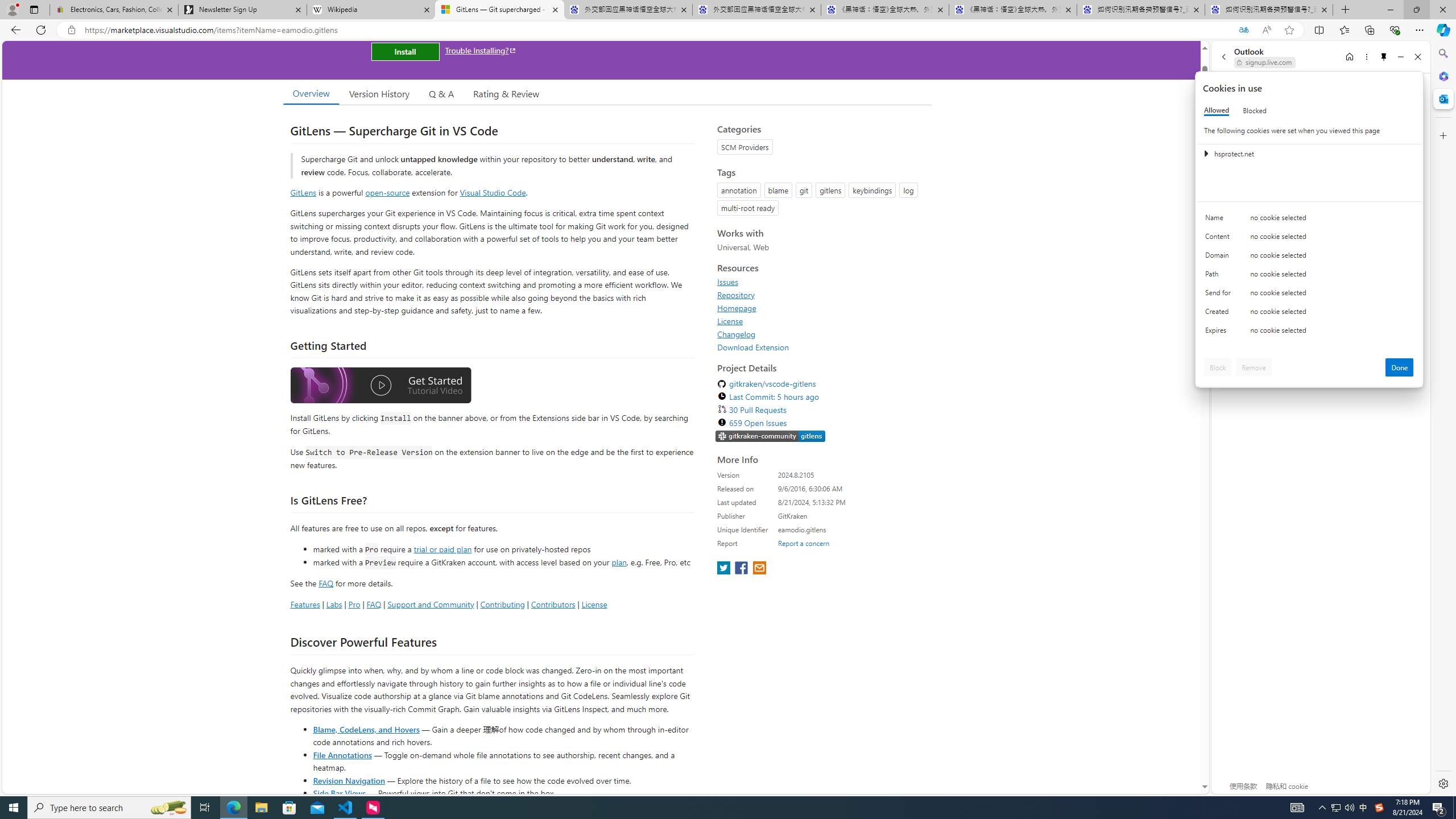 The image size is (1456, 819). What do you see at coordinates (1309, 333) in the screenshot?
I see `'Class: c0153 c0157'` at bounding box center [1309, 333].